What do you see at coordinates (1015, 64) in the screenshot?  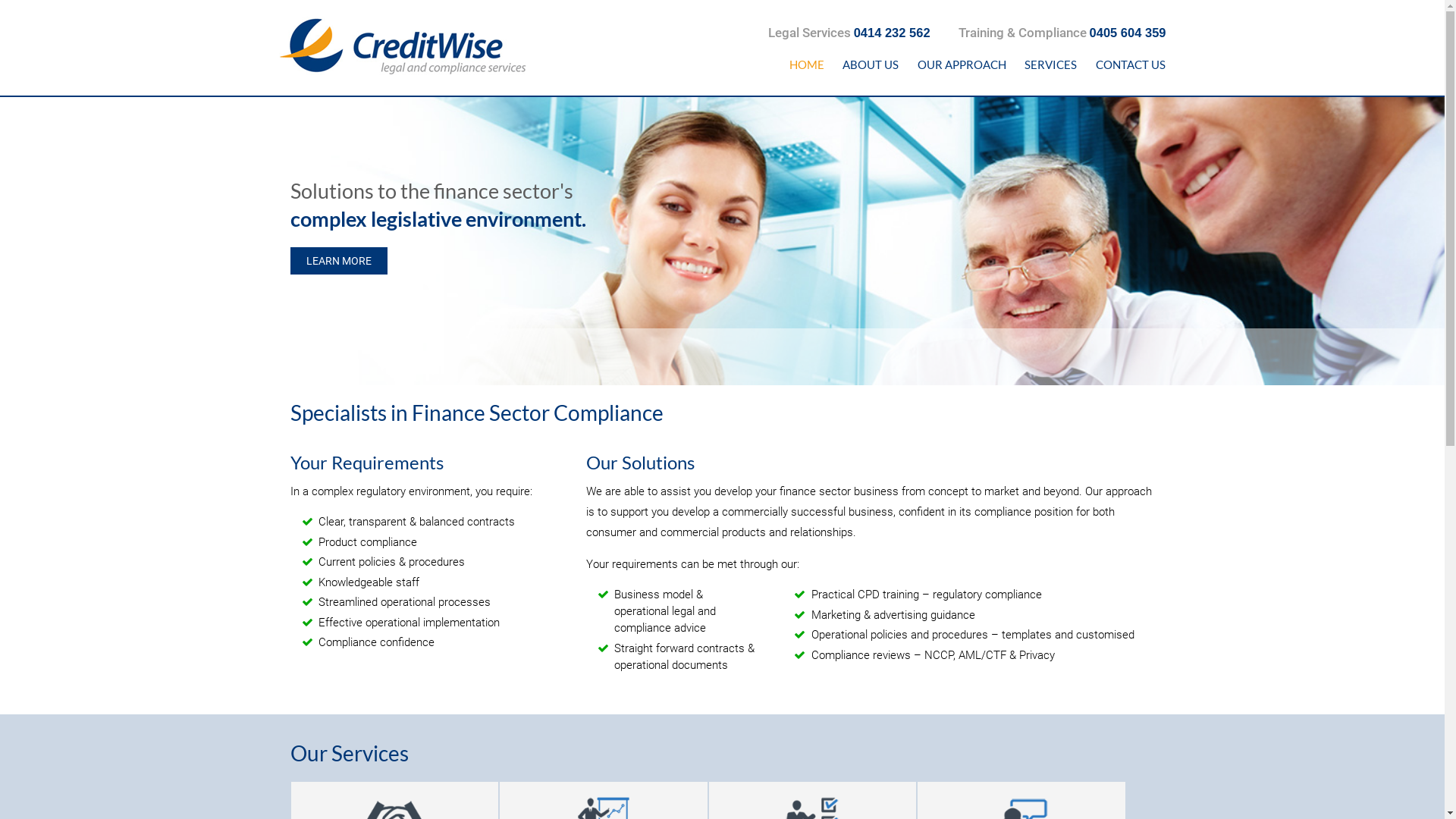 I see `'SERVICES'` at bounding box center [1015, 64].